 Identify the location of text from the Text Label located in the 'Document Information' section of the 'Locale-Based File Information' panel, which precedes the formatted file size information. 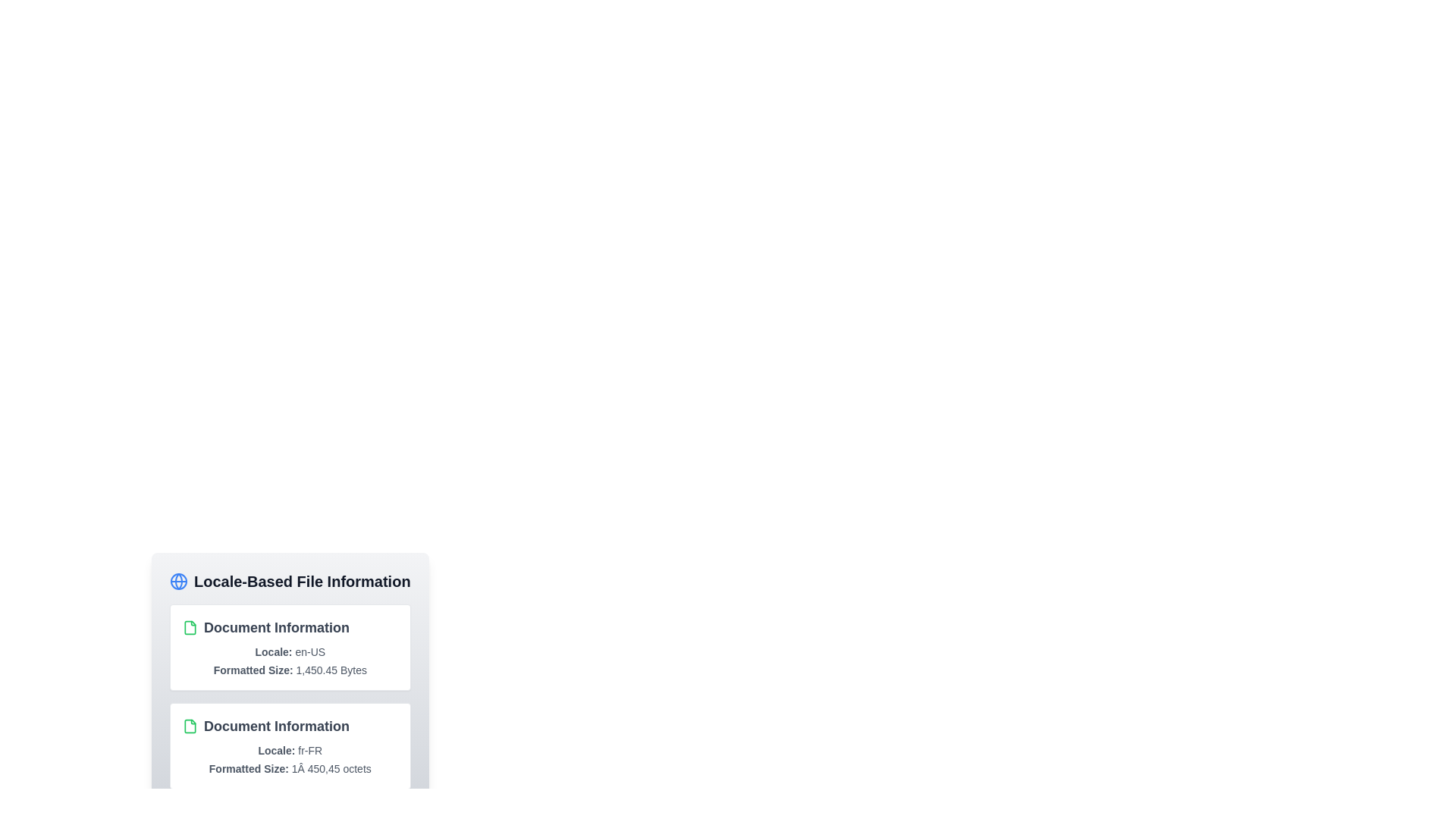
(249, 769).